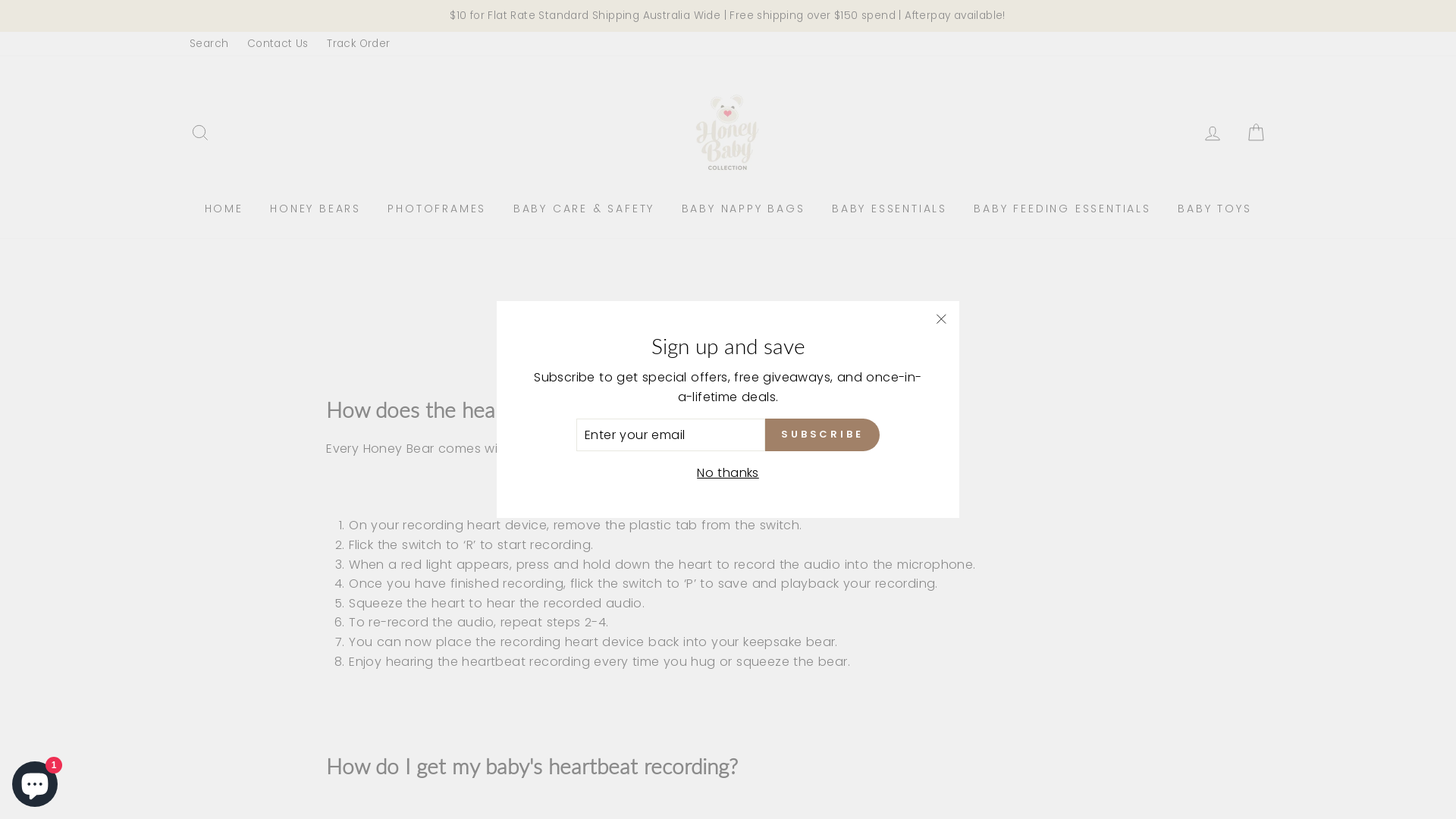 This screenshot has height=819, width=1456. I want to click on 'Shopify online store chat', so click(35, 780).